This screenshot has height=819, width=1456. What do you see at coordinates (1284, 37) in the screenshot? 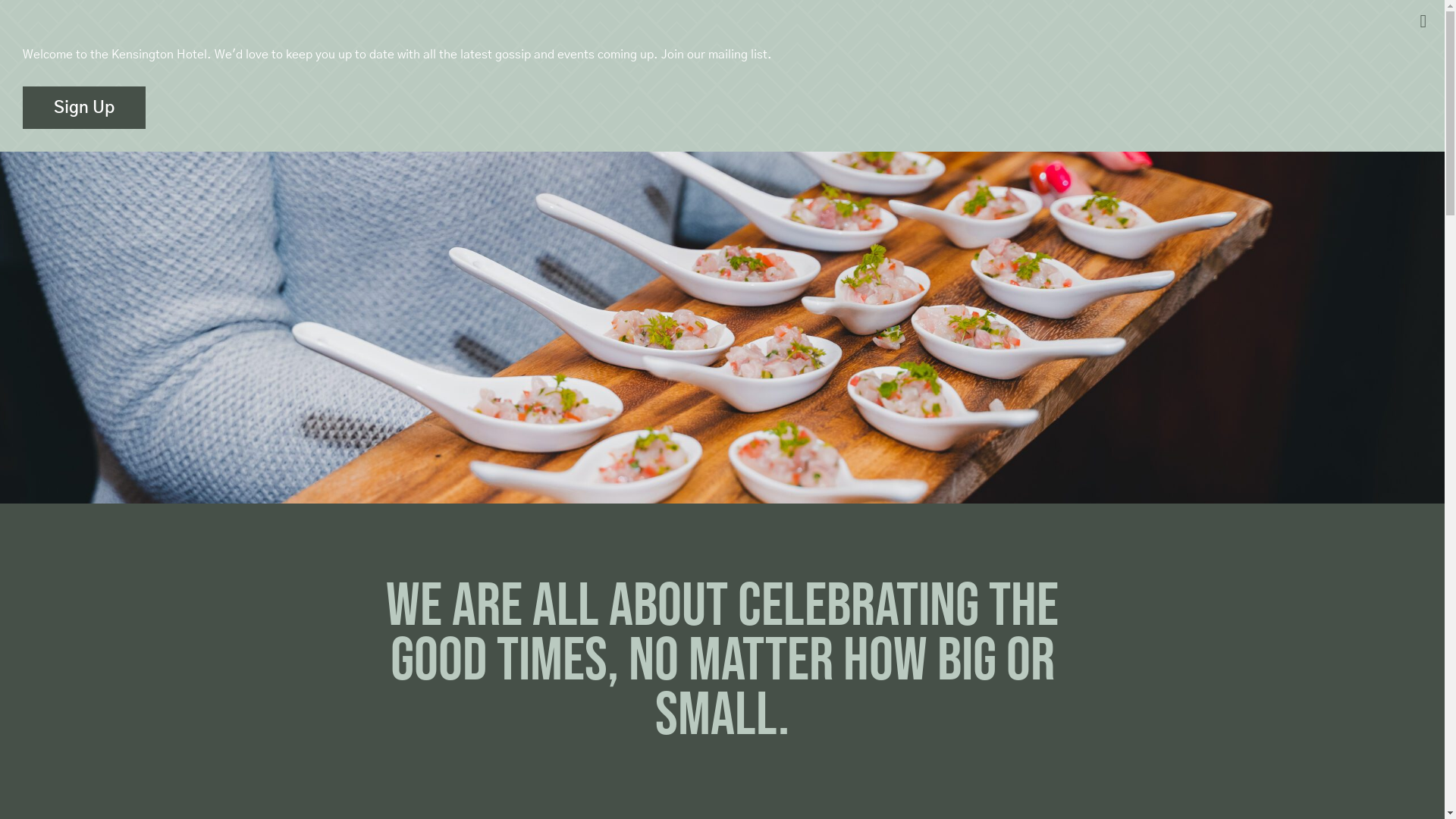
I see `'Book'` at bounding box center [1284, 37].